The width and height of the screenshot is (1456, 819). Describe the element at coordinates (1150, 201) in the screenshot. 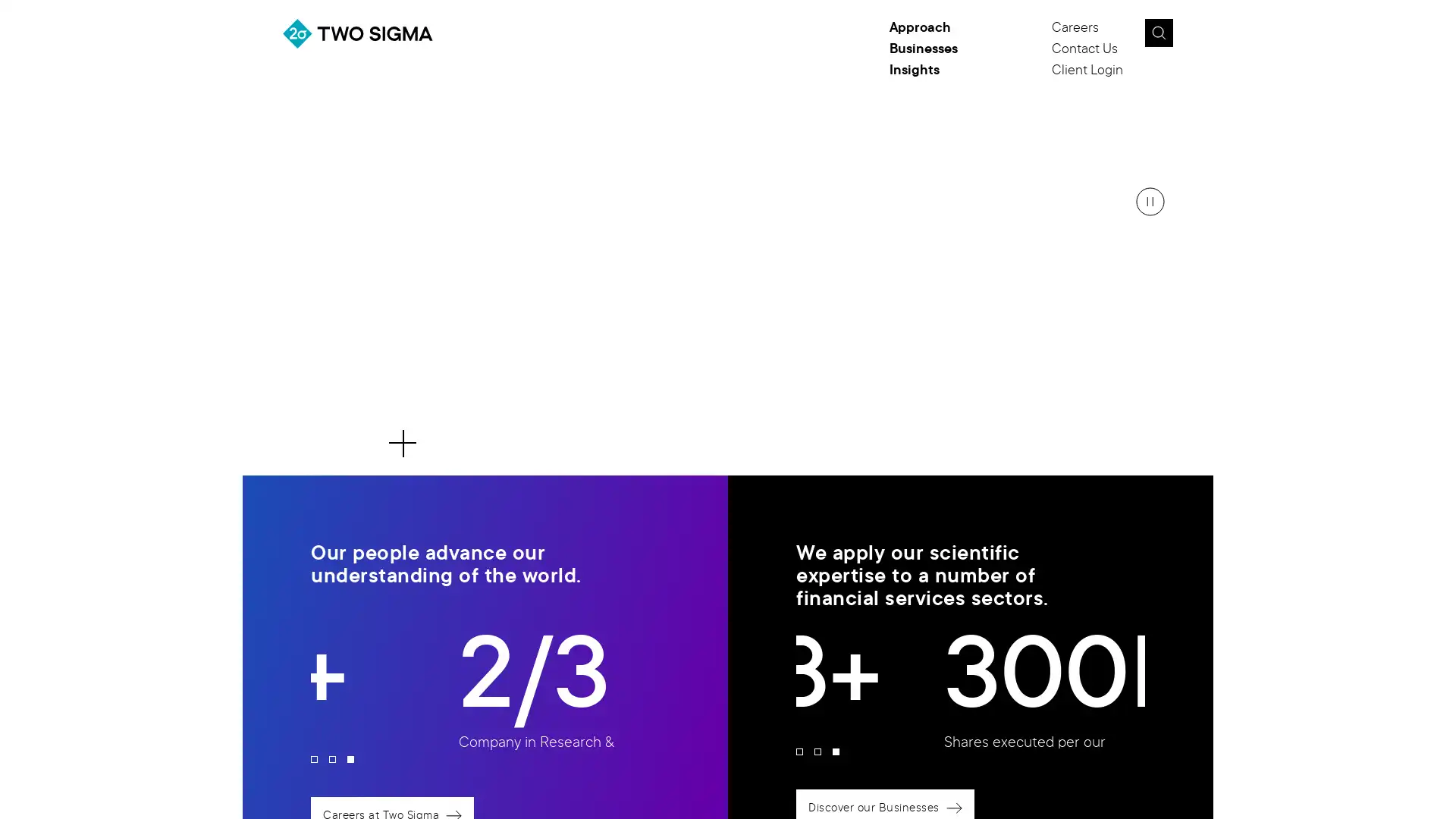

I see `Pause` at that location.